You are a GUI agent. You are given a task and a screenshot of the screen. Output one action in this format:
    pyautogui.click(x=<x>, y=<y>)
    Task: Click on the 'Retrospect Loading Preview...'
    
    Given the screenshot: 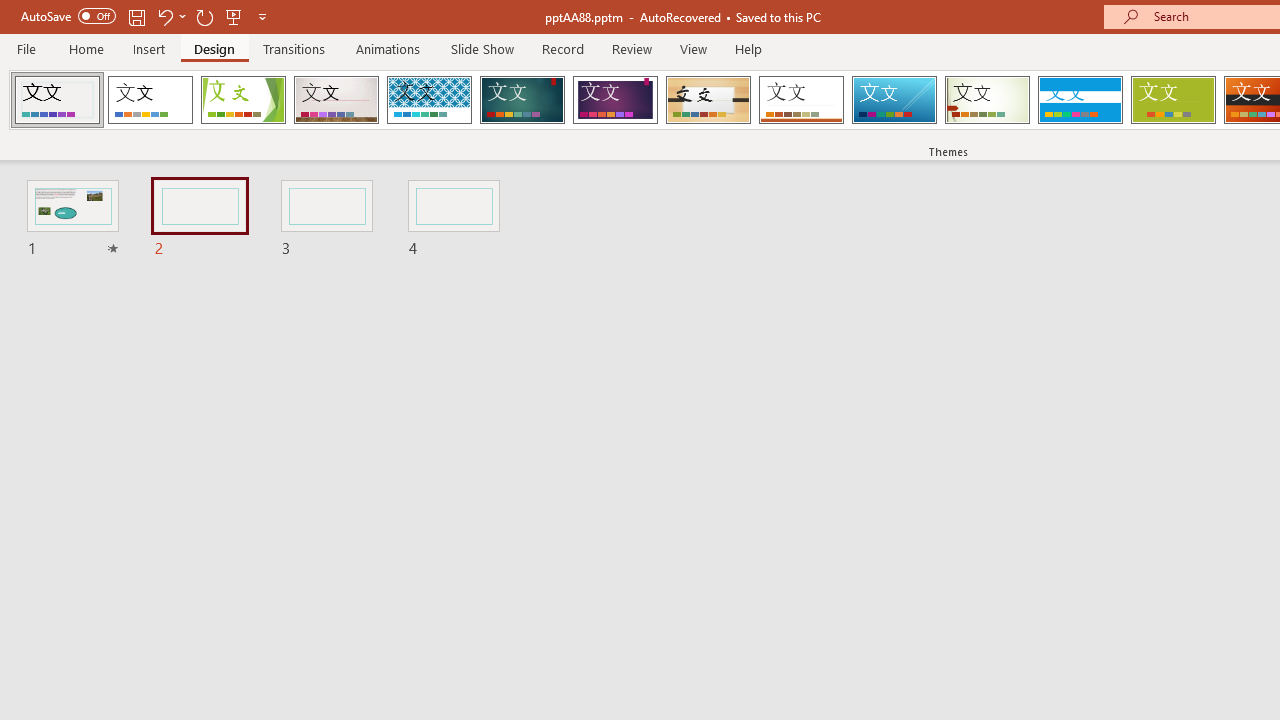 What is the action you would take?
    pyautogui.click(x=801, y=100)
    